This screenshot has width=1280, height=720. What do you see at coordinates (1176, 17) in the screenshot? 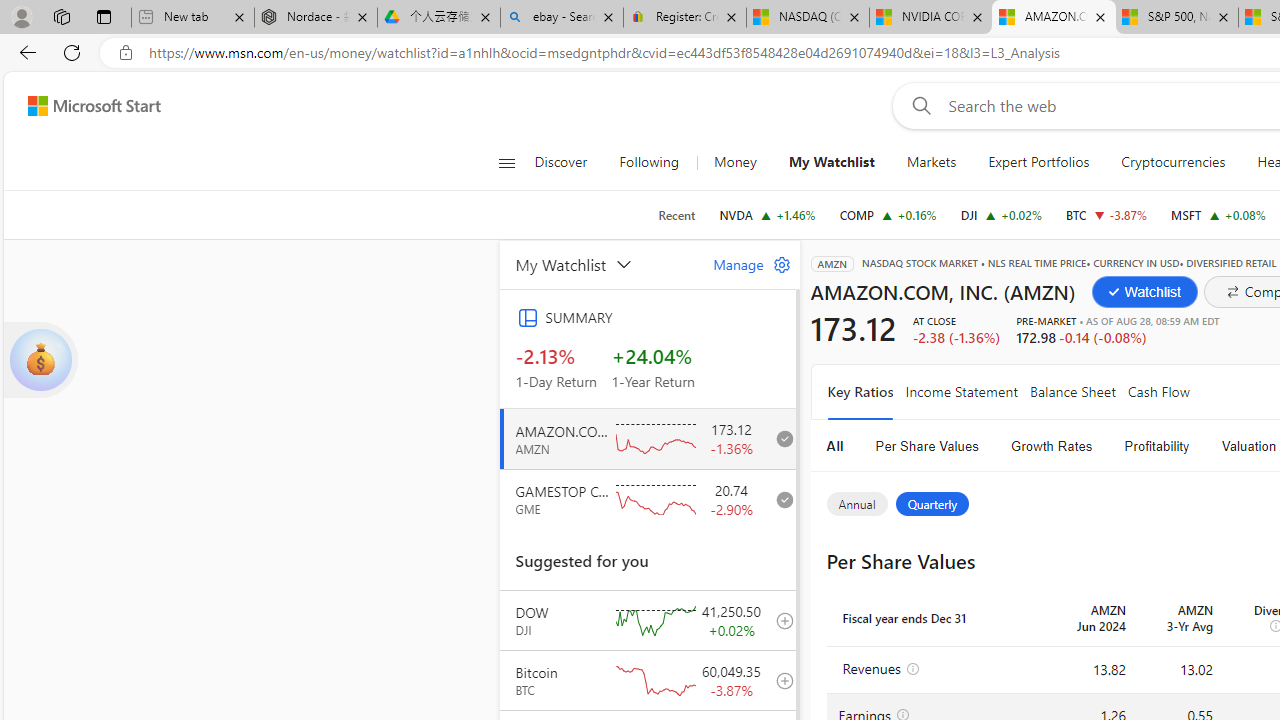
I see `'S&P 500, Nasdaq end lower, weighed by Nvidia dip | Watch'` at bounding box center [1176, 17].